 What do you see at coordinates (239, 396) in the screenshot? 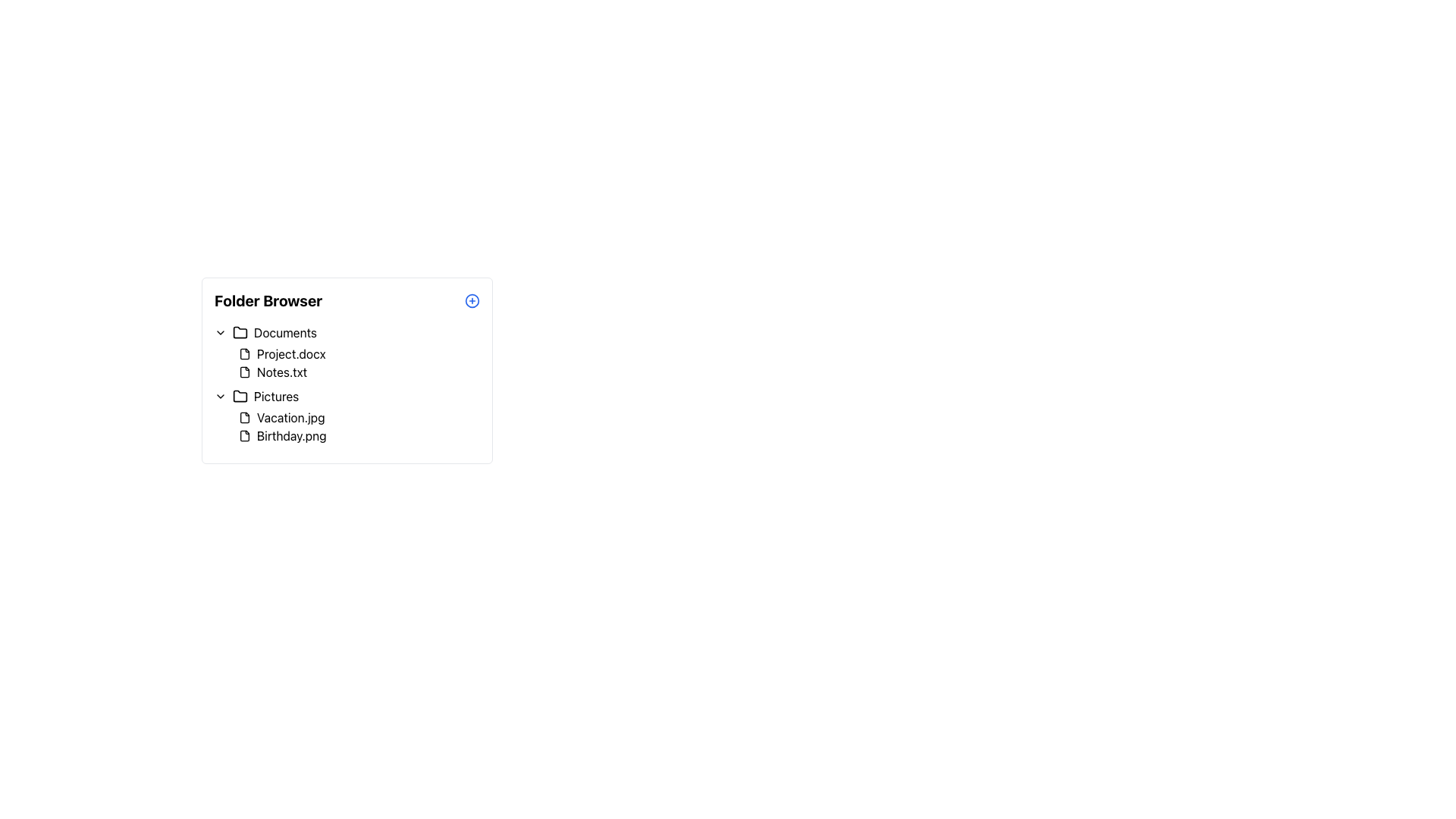
I see `the compact folder icon located to the left of the text 'Pictures' in the directory listing` at bounding box center [239, 396].